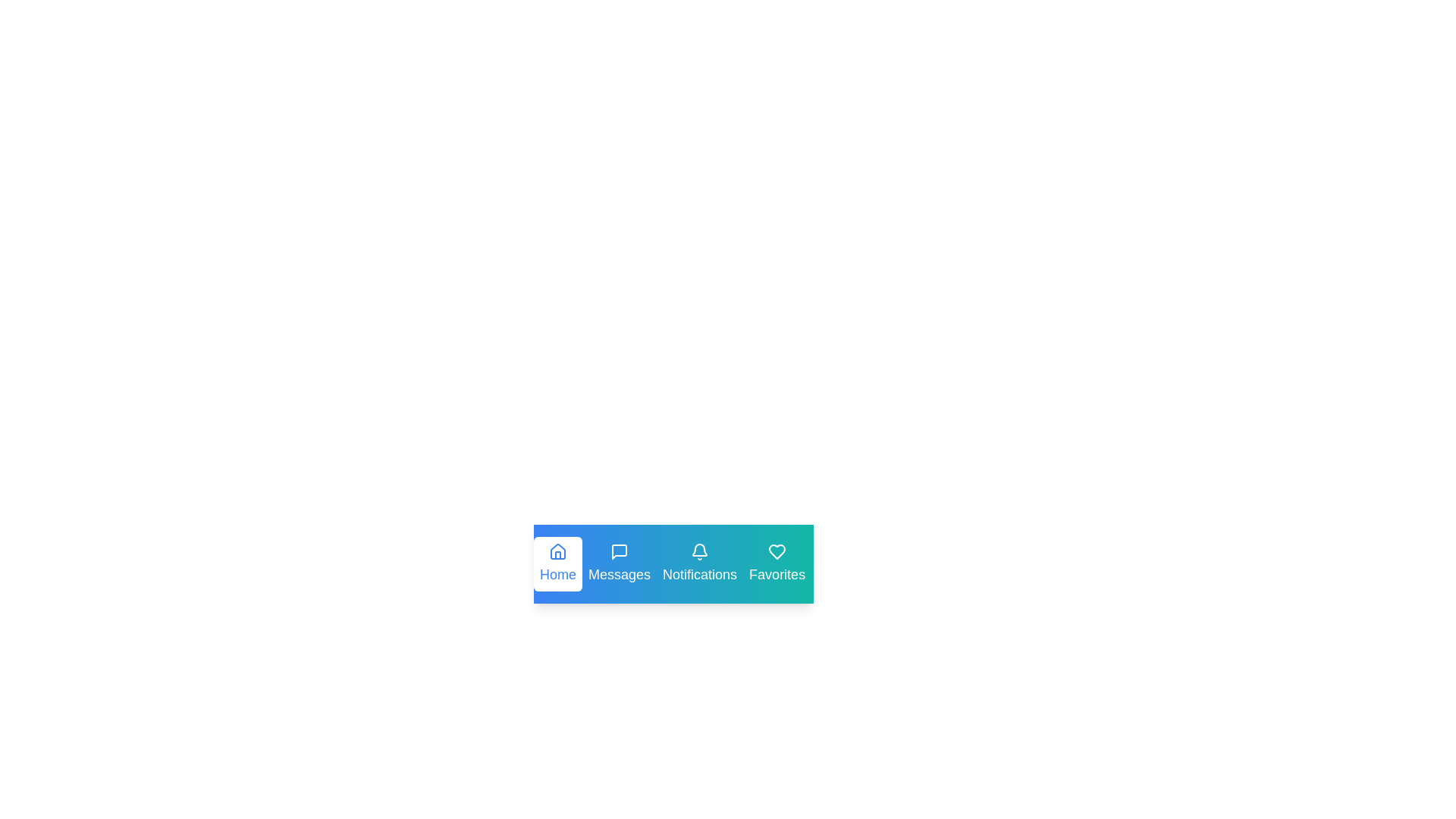 The width and height of the screenshot is (1456, 819). Describe the element at coordinates (619, 564) in the screenshot. I see `the Messages tab by clicking on it` at that location.